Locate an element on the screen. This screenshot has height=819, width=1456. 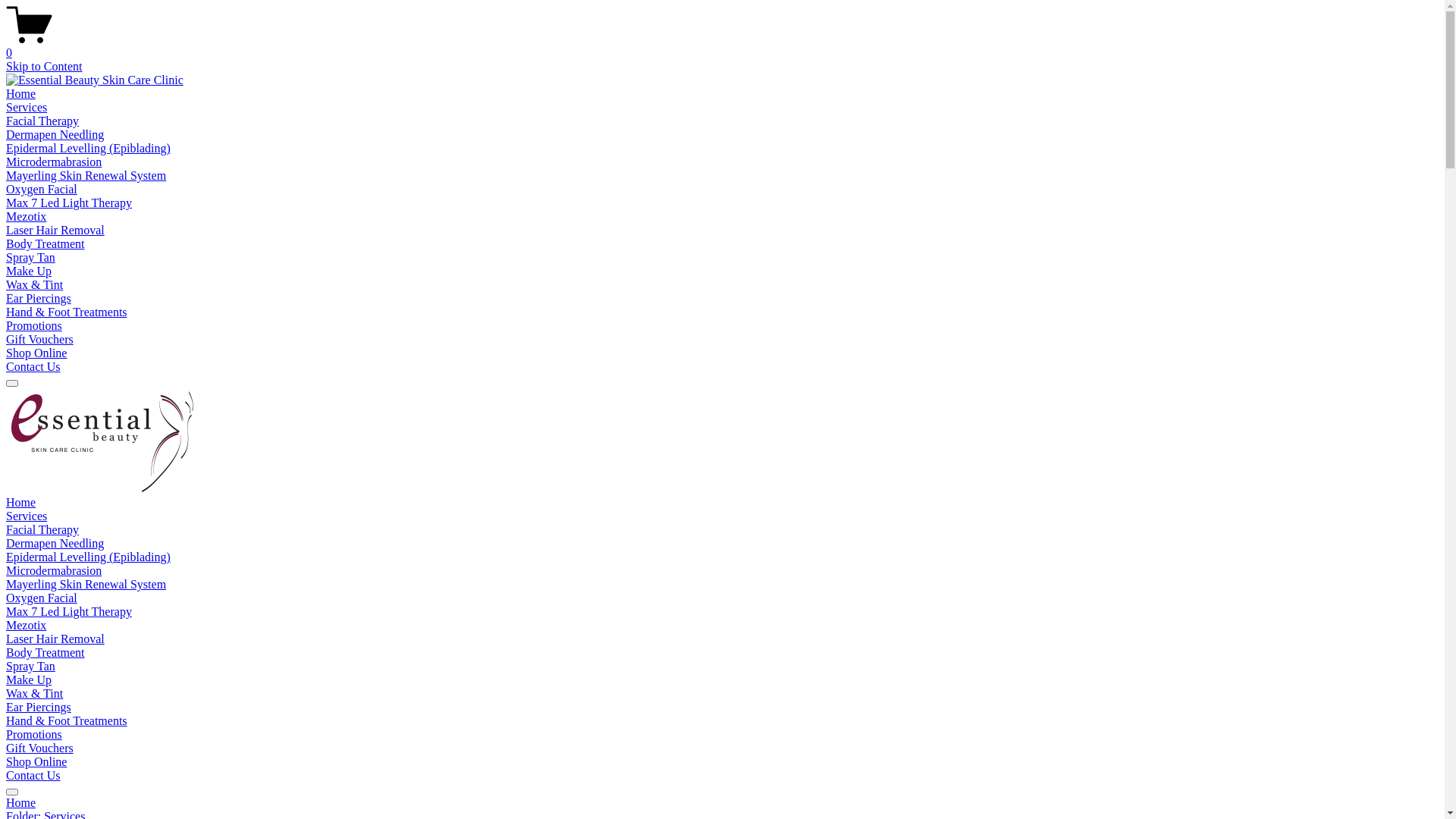
'Ear Piercings' is located at coordinates (39, 707).